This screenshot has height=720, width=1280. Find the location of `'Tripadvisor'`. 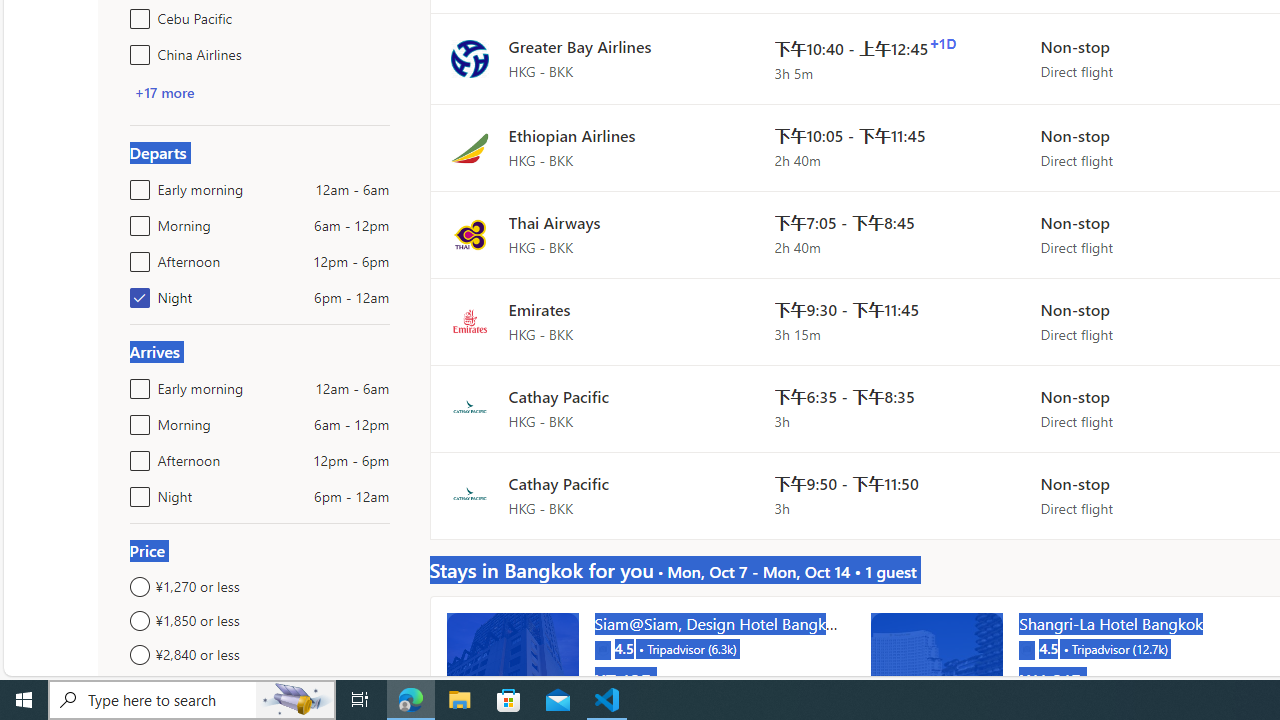

'Tripadvisor' is located at coordinates (1027, 648).